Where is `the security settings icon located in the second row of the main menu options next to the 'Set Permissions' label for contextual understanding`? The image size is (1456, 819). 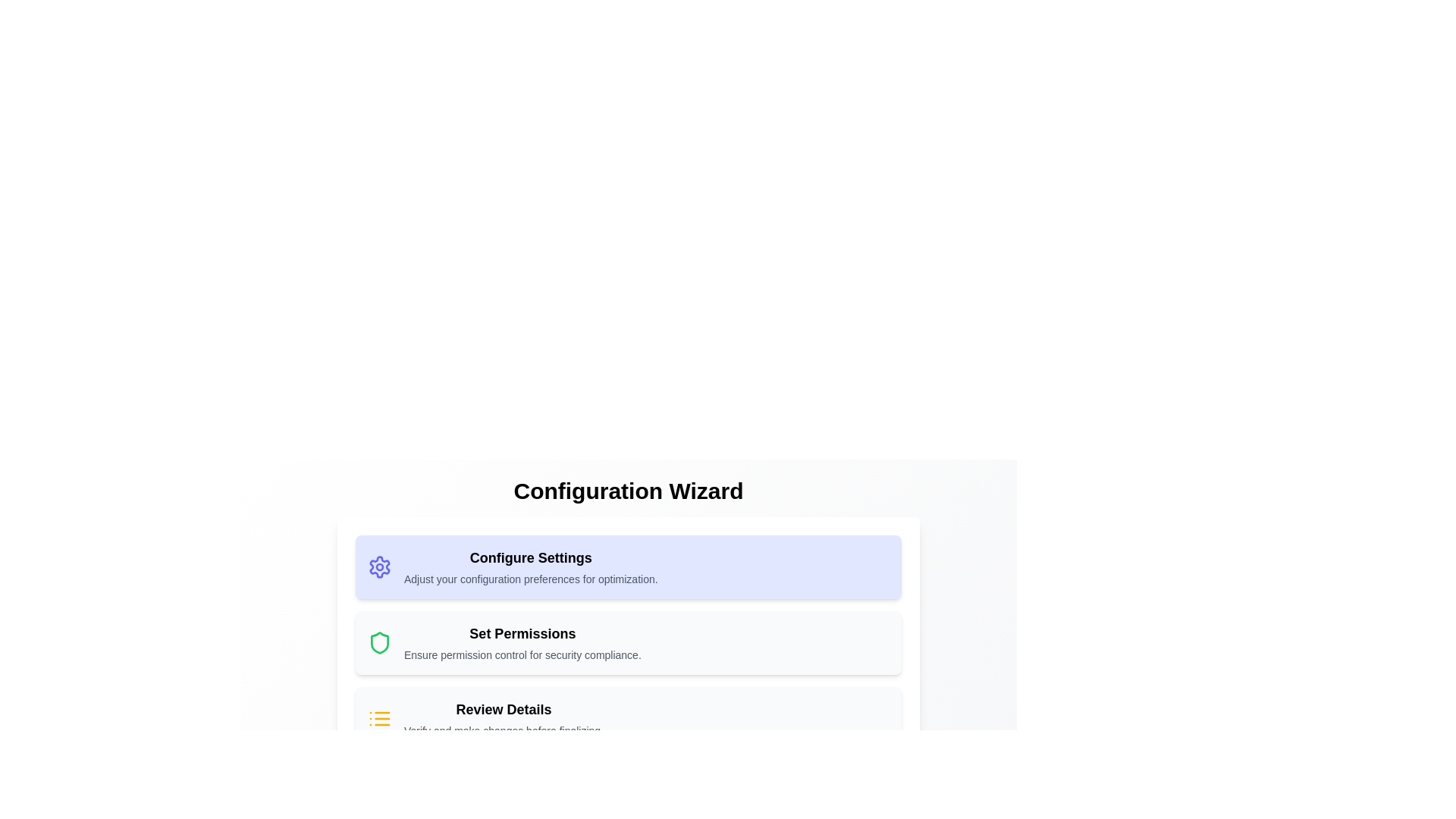 the security settings icon located in the second row of the main menu options next to the 'Set Permissions' label for contextual understanding is located at coordinates (379, 643).